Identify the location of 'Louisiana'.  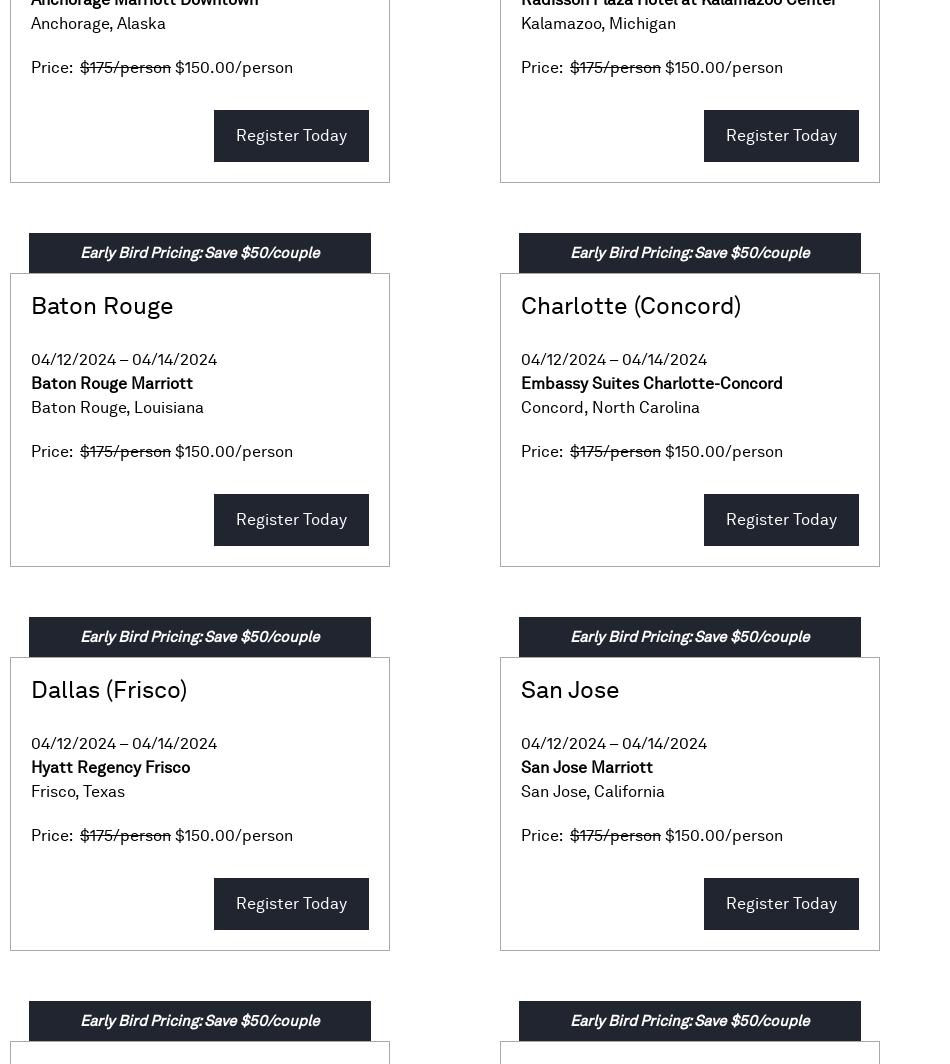
(169, 407).